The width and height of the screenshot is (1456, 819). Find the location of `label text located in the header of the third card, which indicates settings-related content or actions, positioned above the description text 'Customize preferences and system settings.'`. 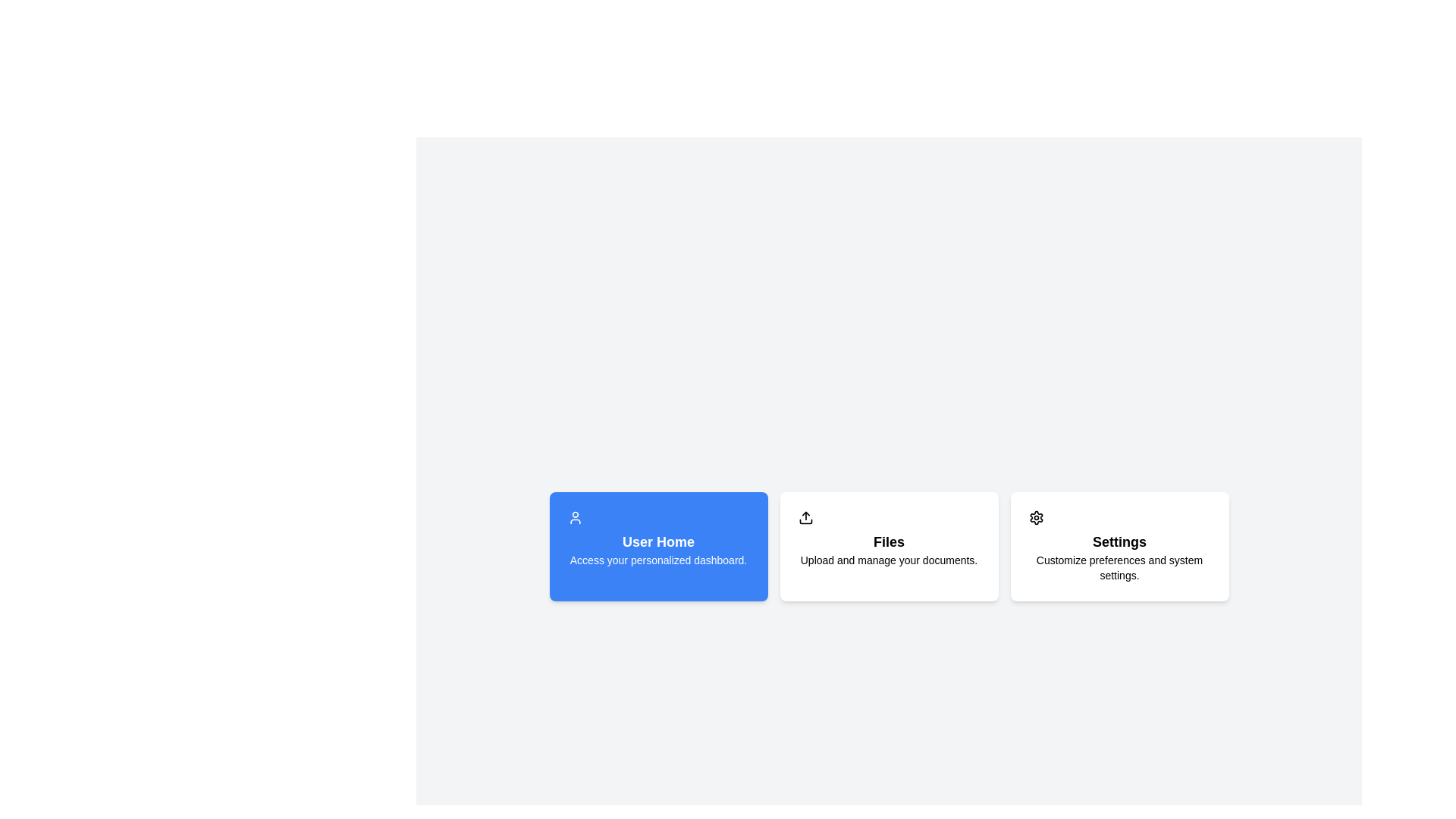

label text located in the header of the third card, which indicates settings-related content or actions, positioned above the description text 'Customize preferences and system settings.' is located at coordinates (1119, 541).